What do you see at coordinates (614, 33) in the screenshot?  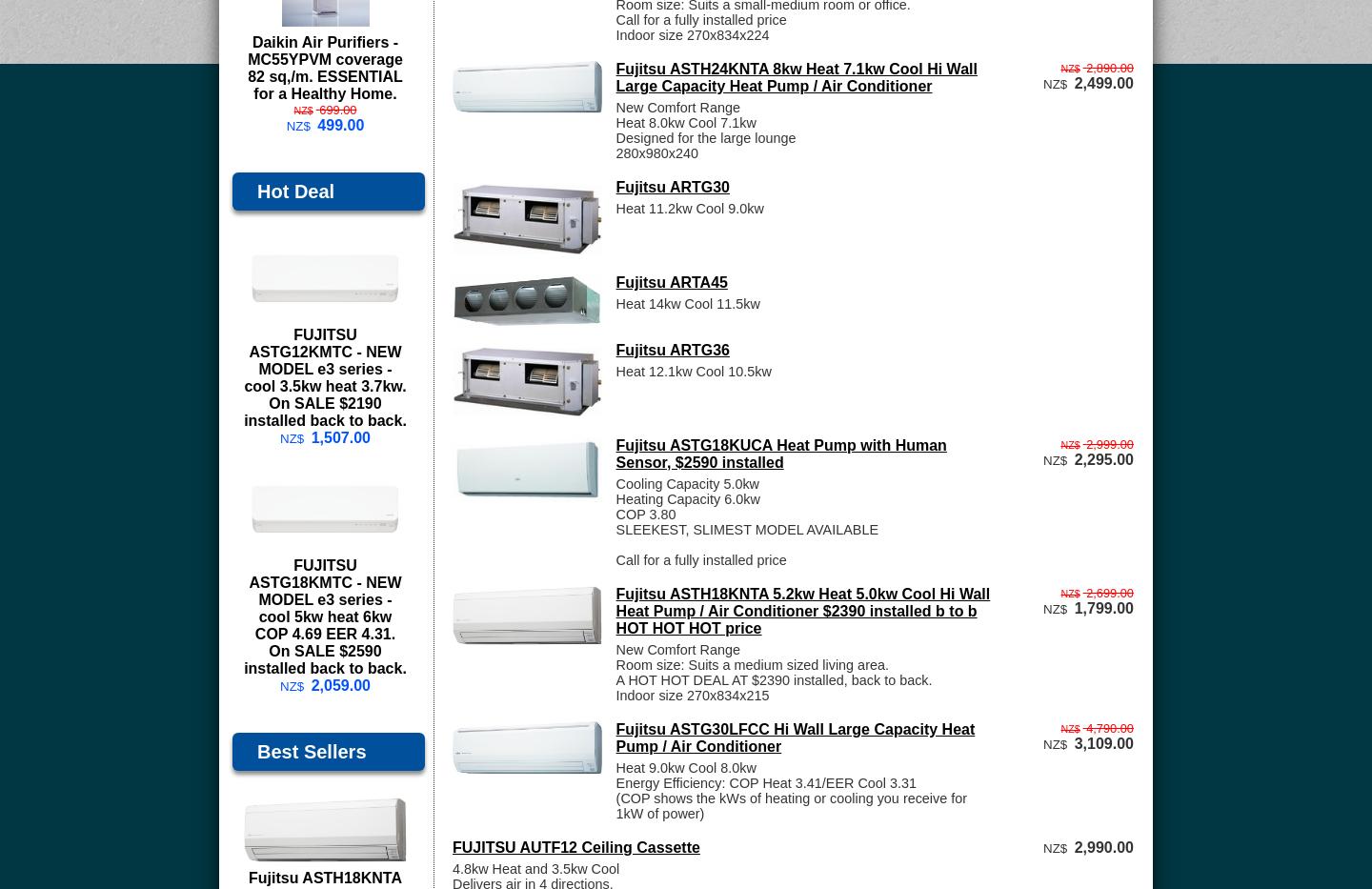 I see `'Indoor size 270x834x224'` at bounding box center [614, 33].